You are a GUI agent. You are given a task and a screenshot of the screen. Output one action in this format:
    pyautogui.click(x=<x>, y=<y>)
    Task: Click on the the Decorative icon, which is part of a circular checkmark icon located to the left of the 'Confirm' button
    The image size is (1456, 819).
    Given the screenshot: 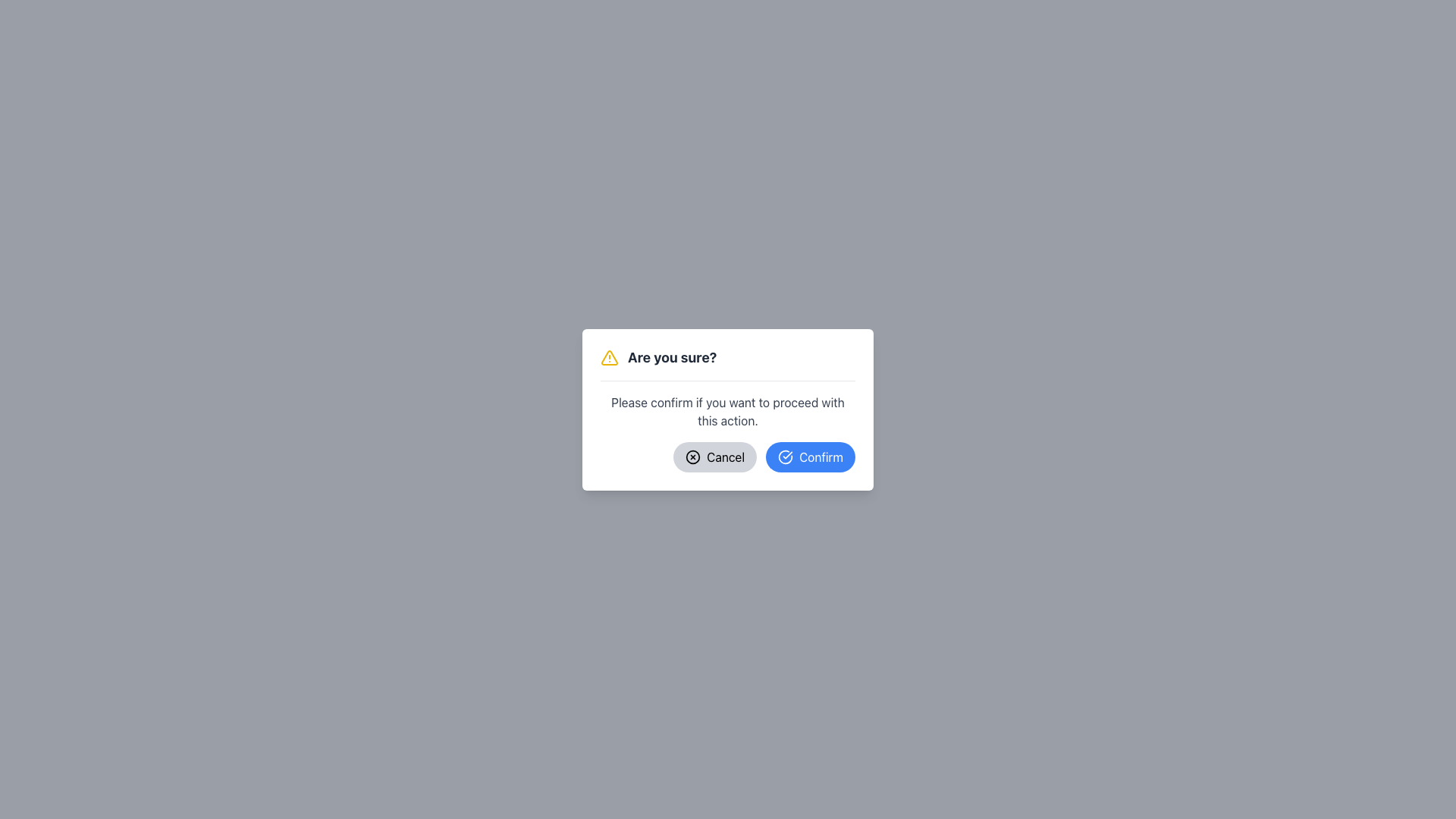 What is the action you would take?
    pyautogui.click(x=786, y=456)
    